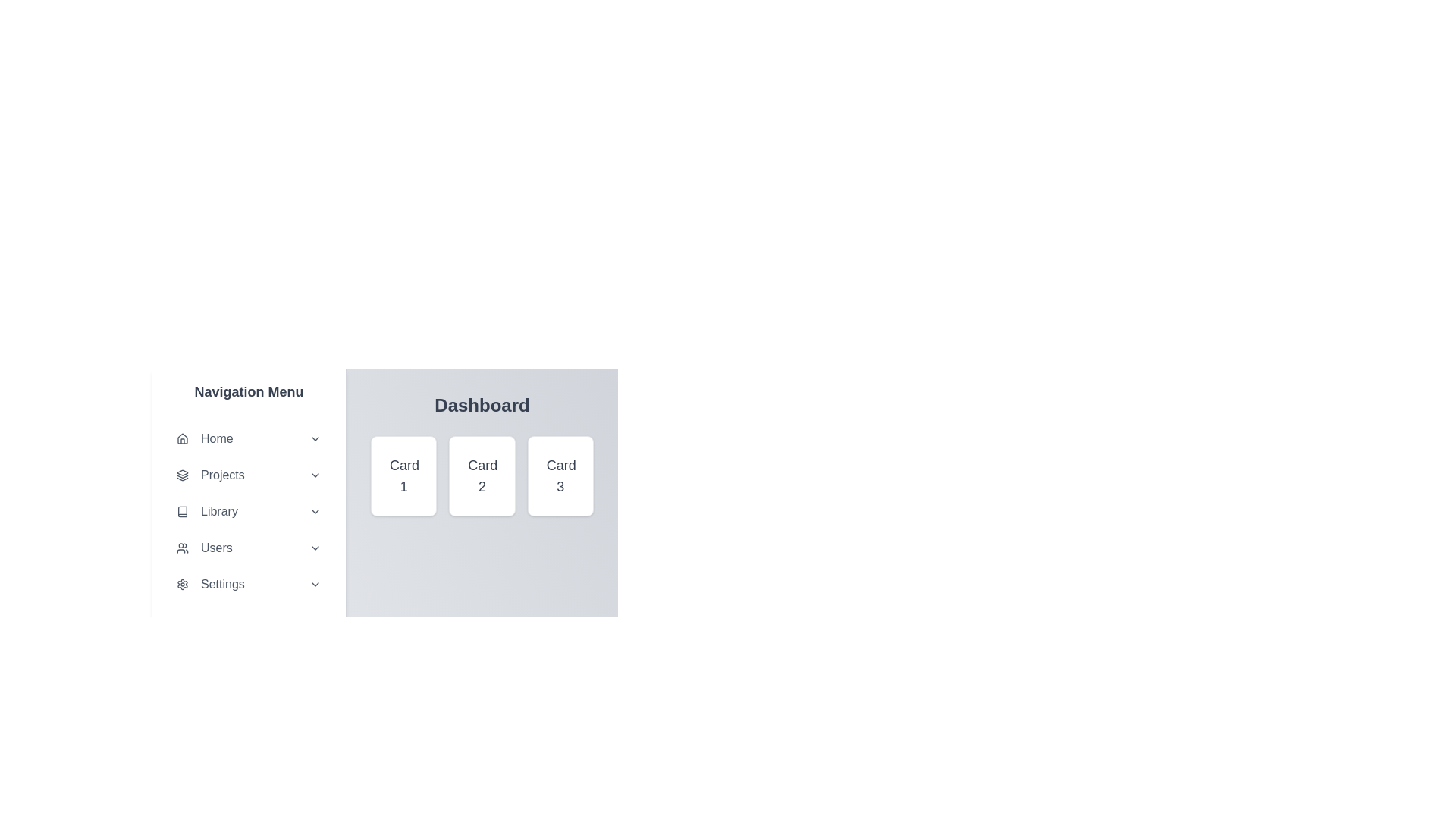 The height and width of the screenshot is (819, 1456). What do you see at coordinates (249, 391) in the screenshot?
I see `heading text label located at the top of the left-aligned sidebar, which describes the section of the interface containing navigation options` at bounding box center [249, 391].